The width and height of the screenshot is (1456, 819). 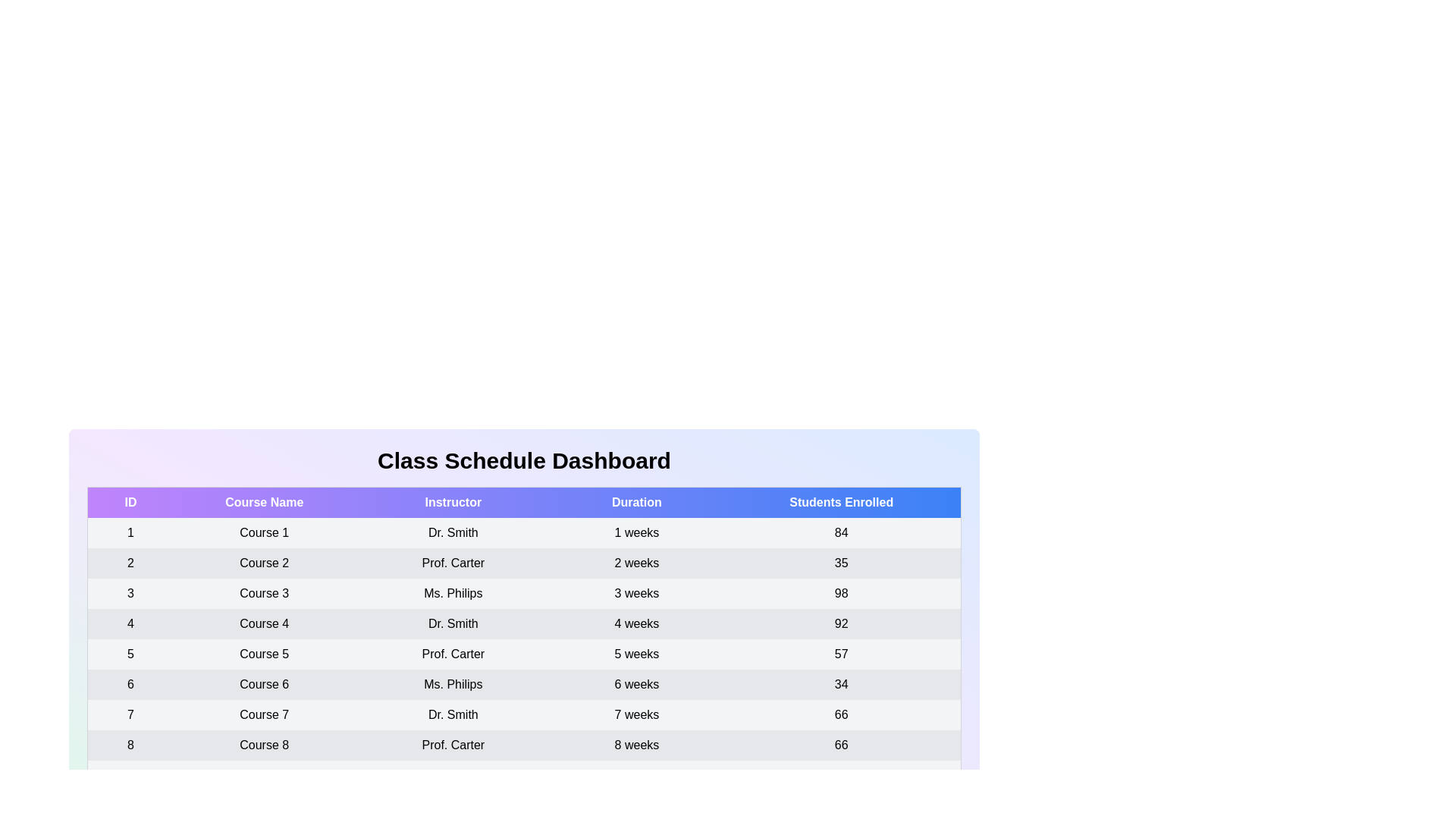 What do you see at coordinates (637, 502) in the screenshot?
I see `the table header Duration to sort the table by that column` at bounding box center [637, 502].